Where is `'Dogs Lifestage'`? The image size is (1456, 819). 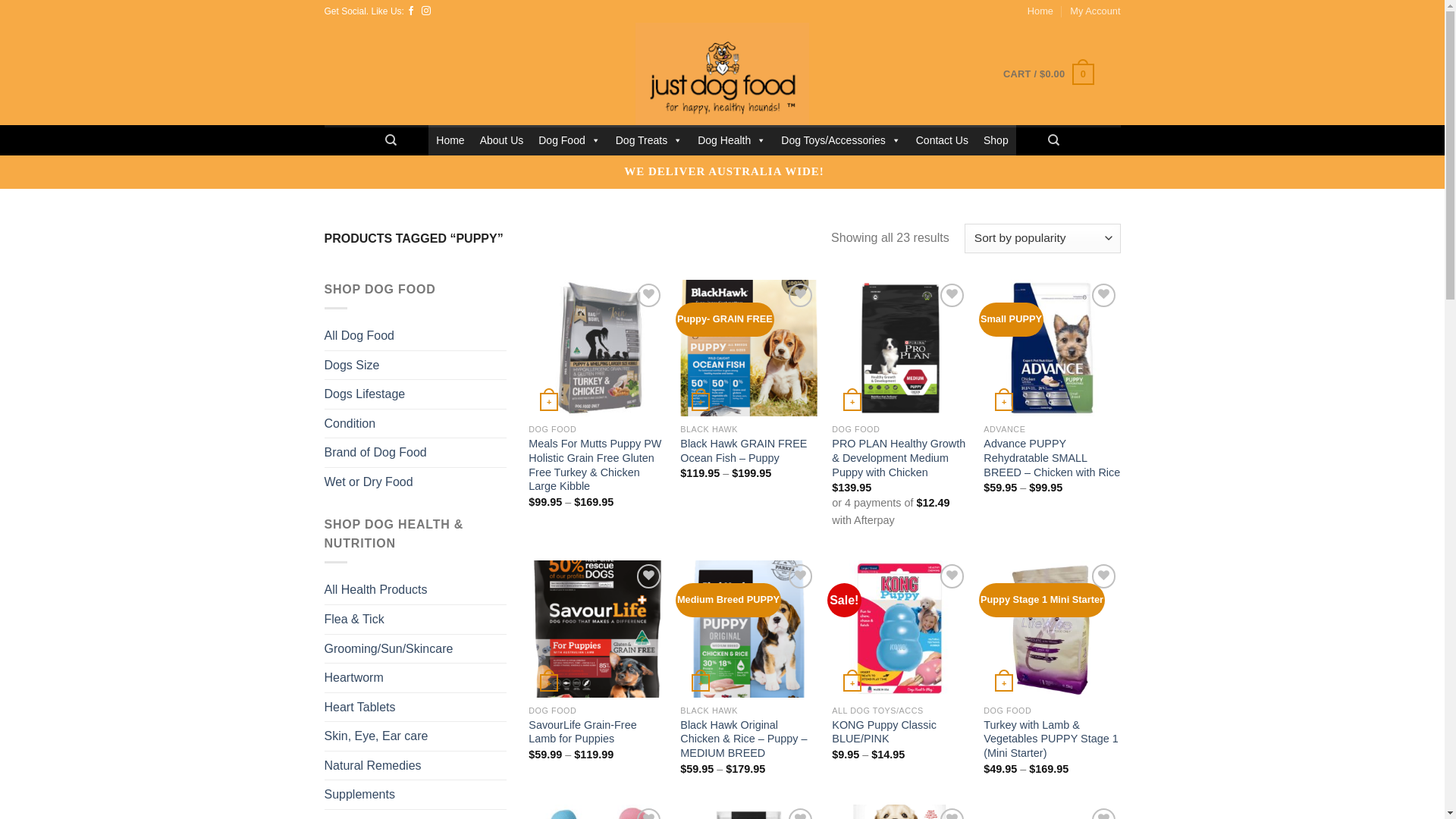
'Dogs Lifestage' is located at coordinates (365, 394).